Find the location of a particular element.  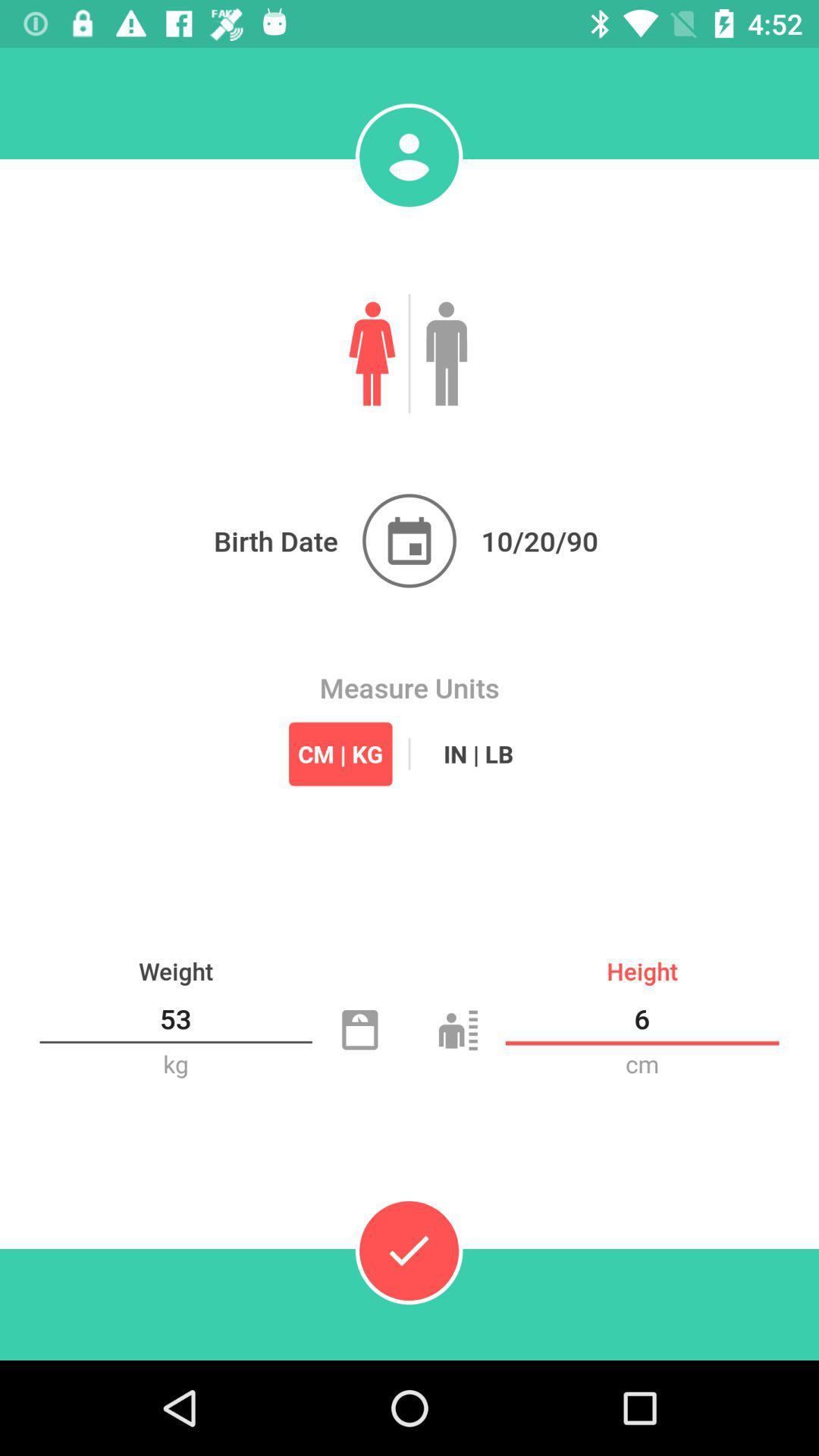

the check icon is located at coordinates (408, 1250).